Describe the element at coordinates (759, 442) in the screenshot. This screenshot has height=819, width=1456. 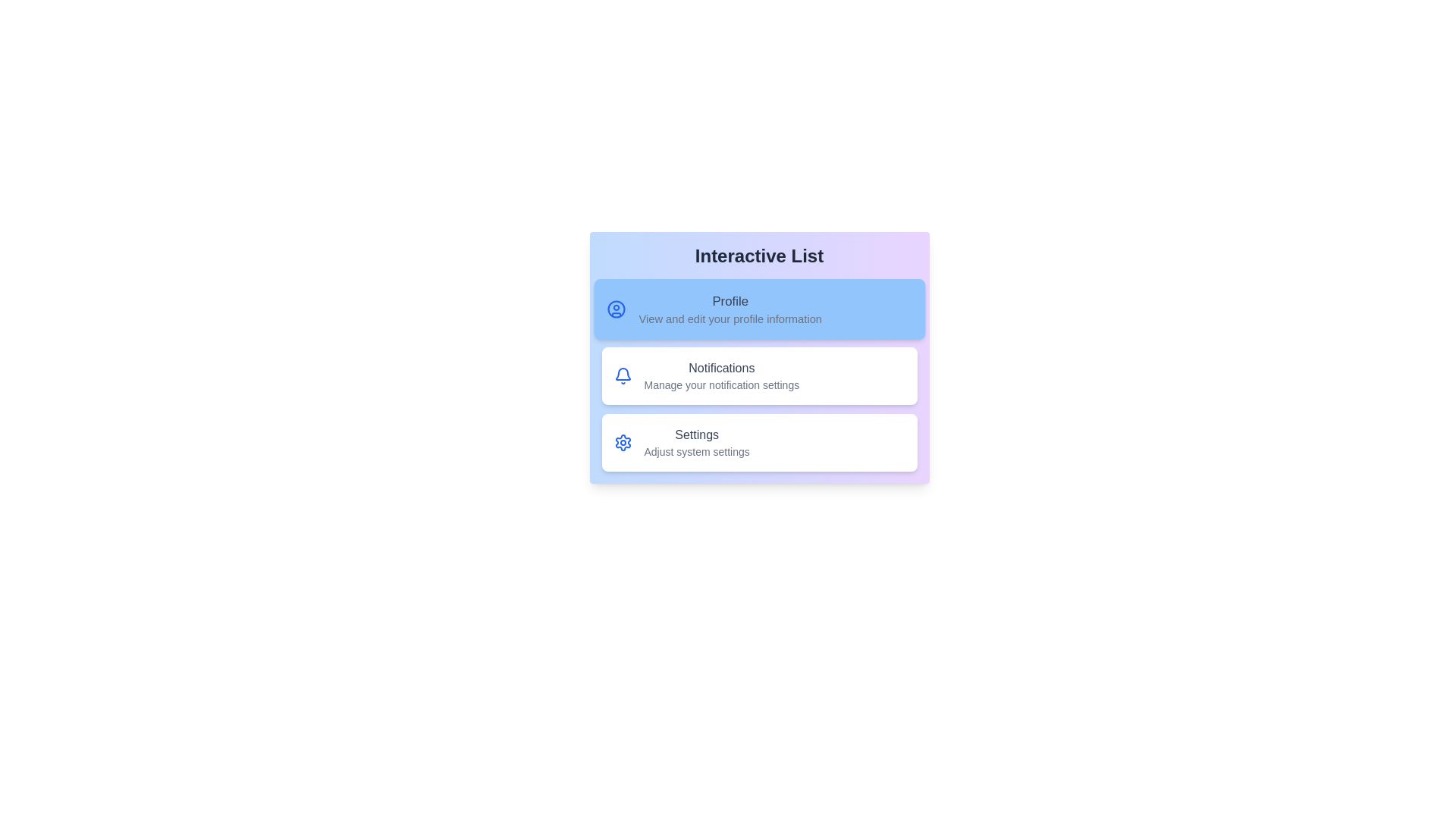
I see `the list item corresponding to Settings` at that location.